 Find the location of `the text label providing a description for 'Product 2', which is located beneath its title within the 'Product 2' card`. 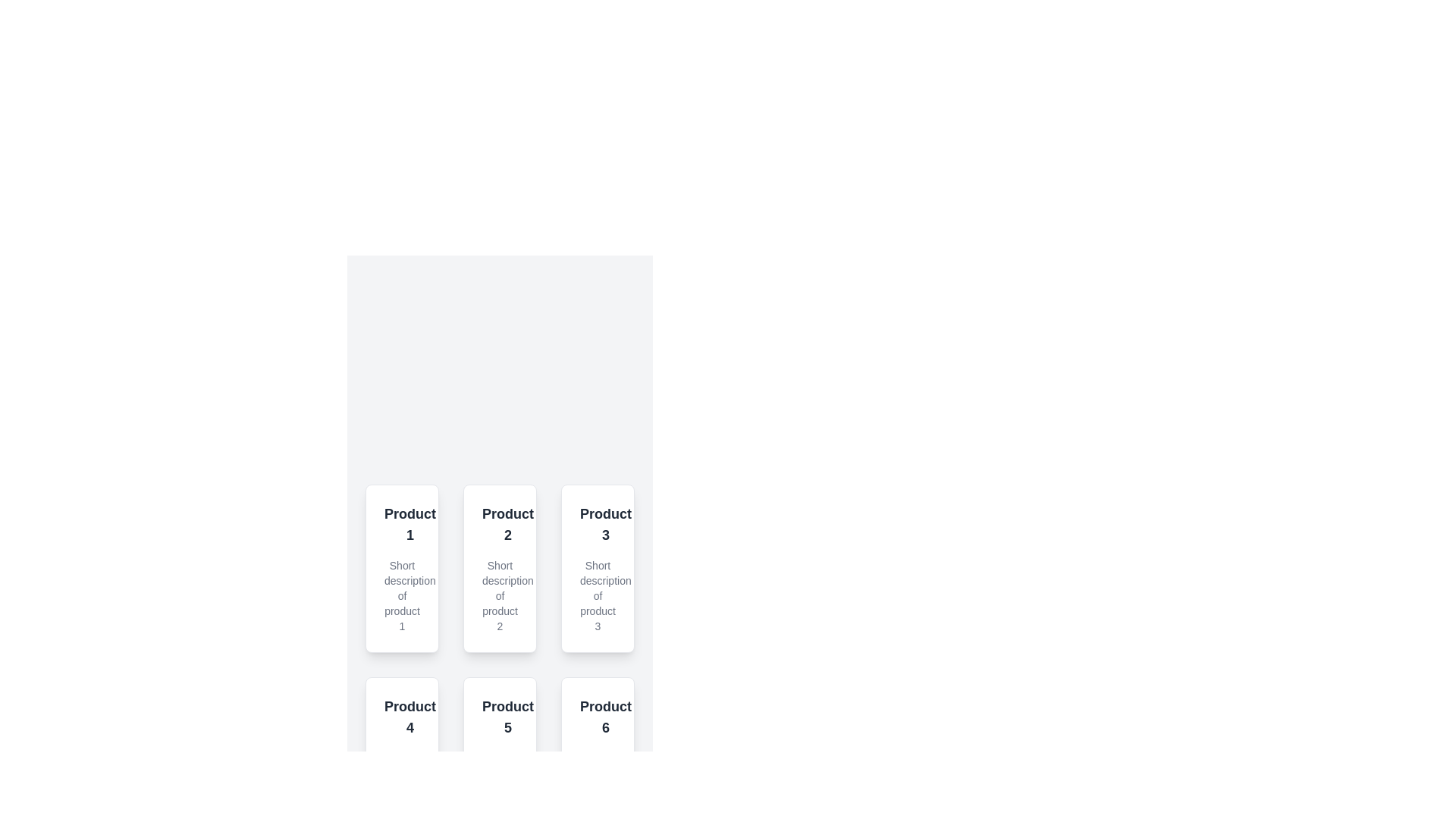

the text label providing a description for 'Product 2', which is located beneath its title within the 'Product 2' card is located at coordinates (500, 595).